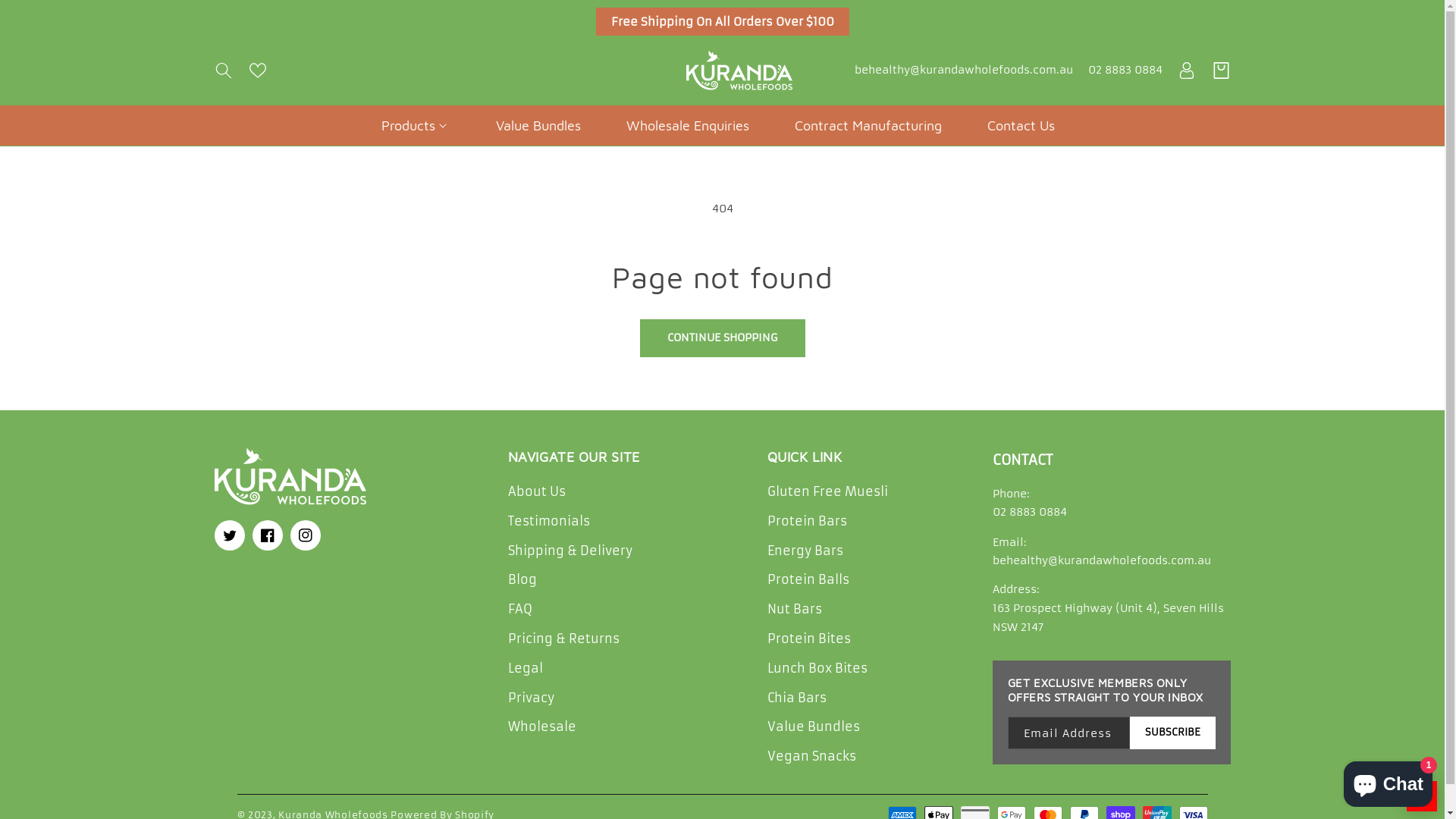 Image resolution: width=1456 pixels, height=819 pixels. I want to click on 'Testimonials', so click(508, 520).